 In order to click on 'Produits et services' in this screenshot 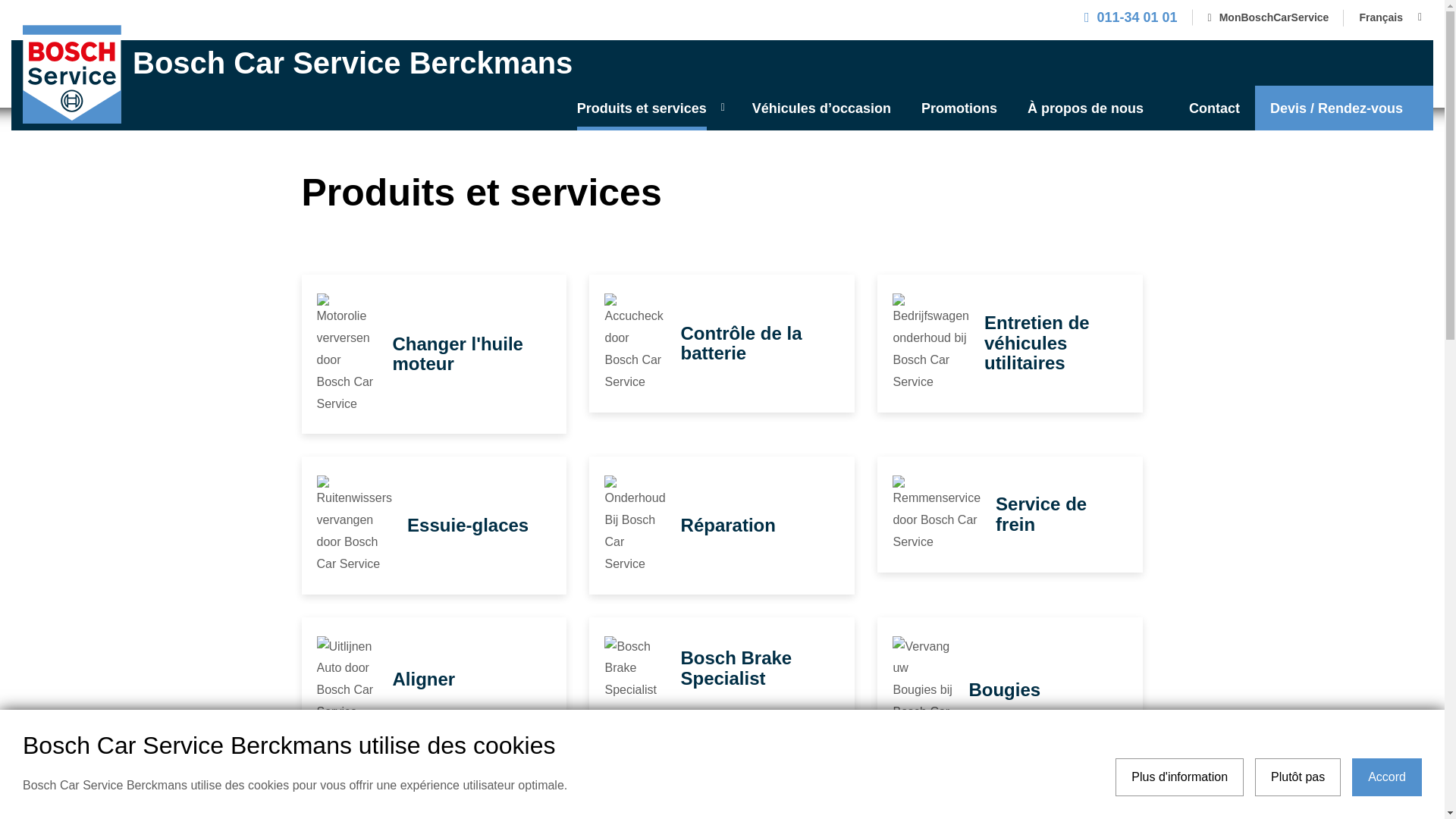, I will do `click(649, 107)`.